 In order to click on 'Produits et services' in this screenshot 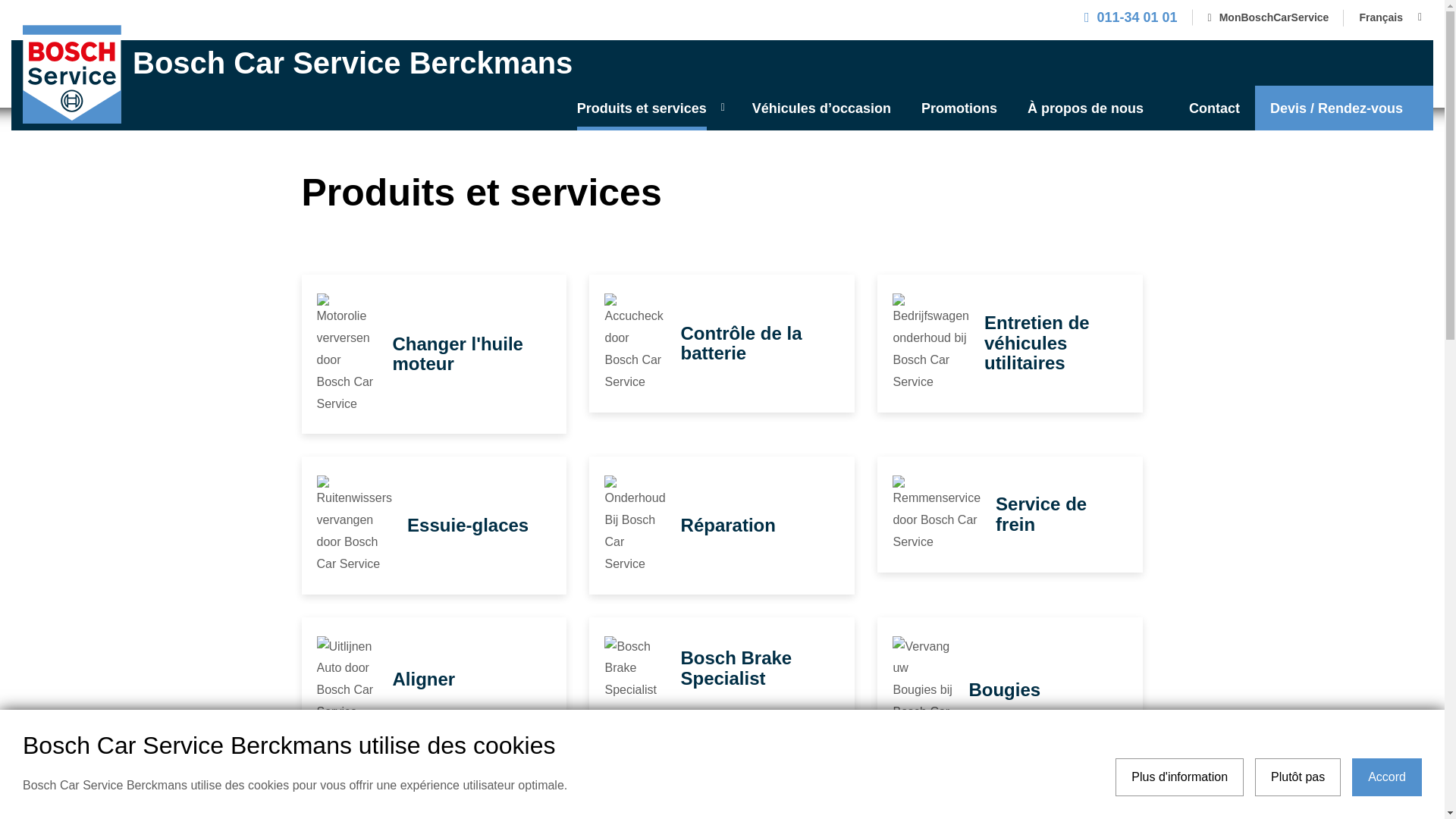, I will do `click(649, 107)`.